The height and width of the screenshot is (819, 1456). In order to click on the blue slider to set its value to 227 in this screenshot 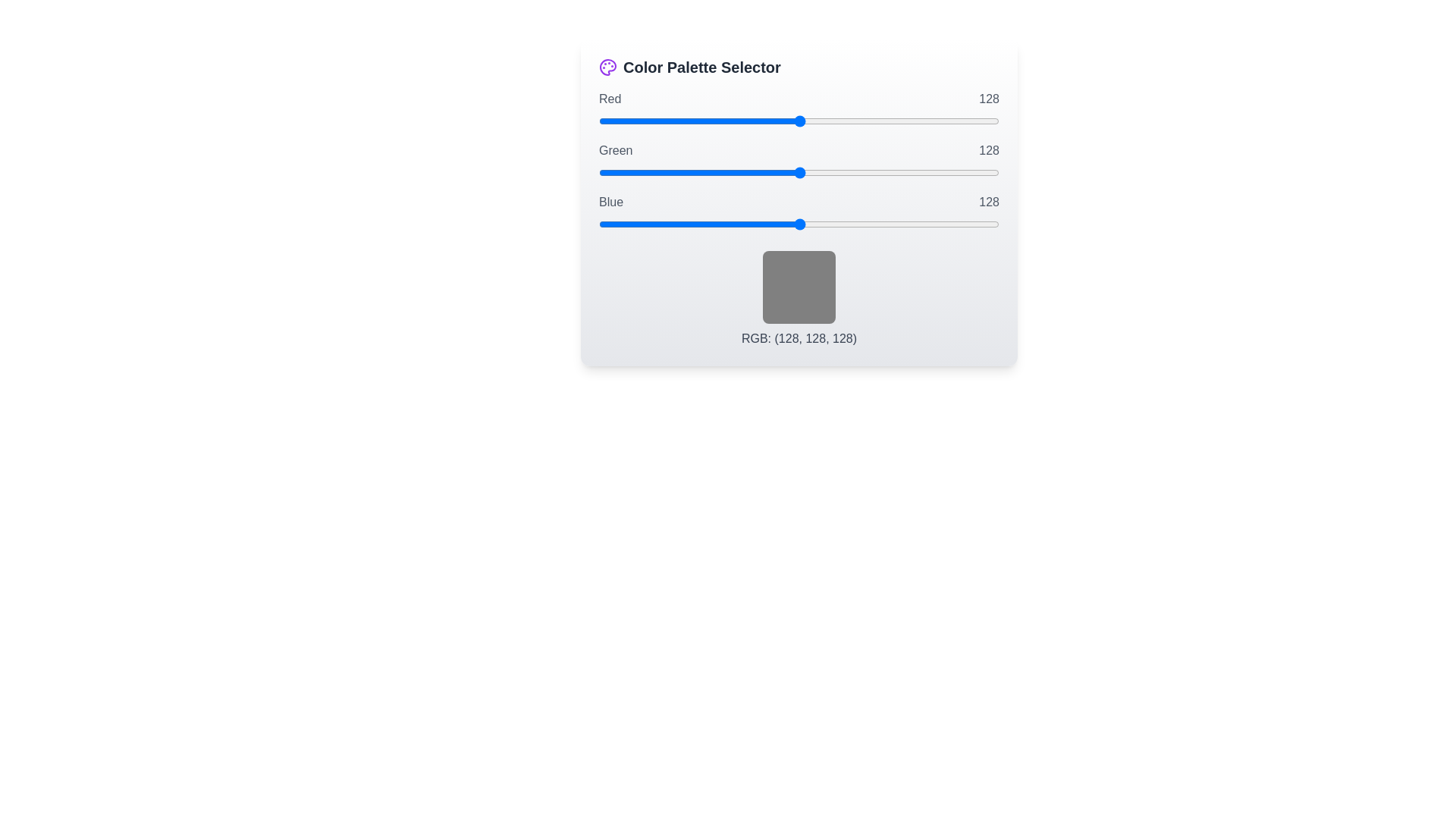, I will do `click(955, 224)`.